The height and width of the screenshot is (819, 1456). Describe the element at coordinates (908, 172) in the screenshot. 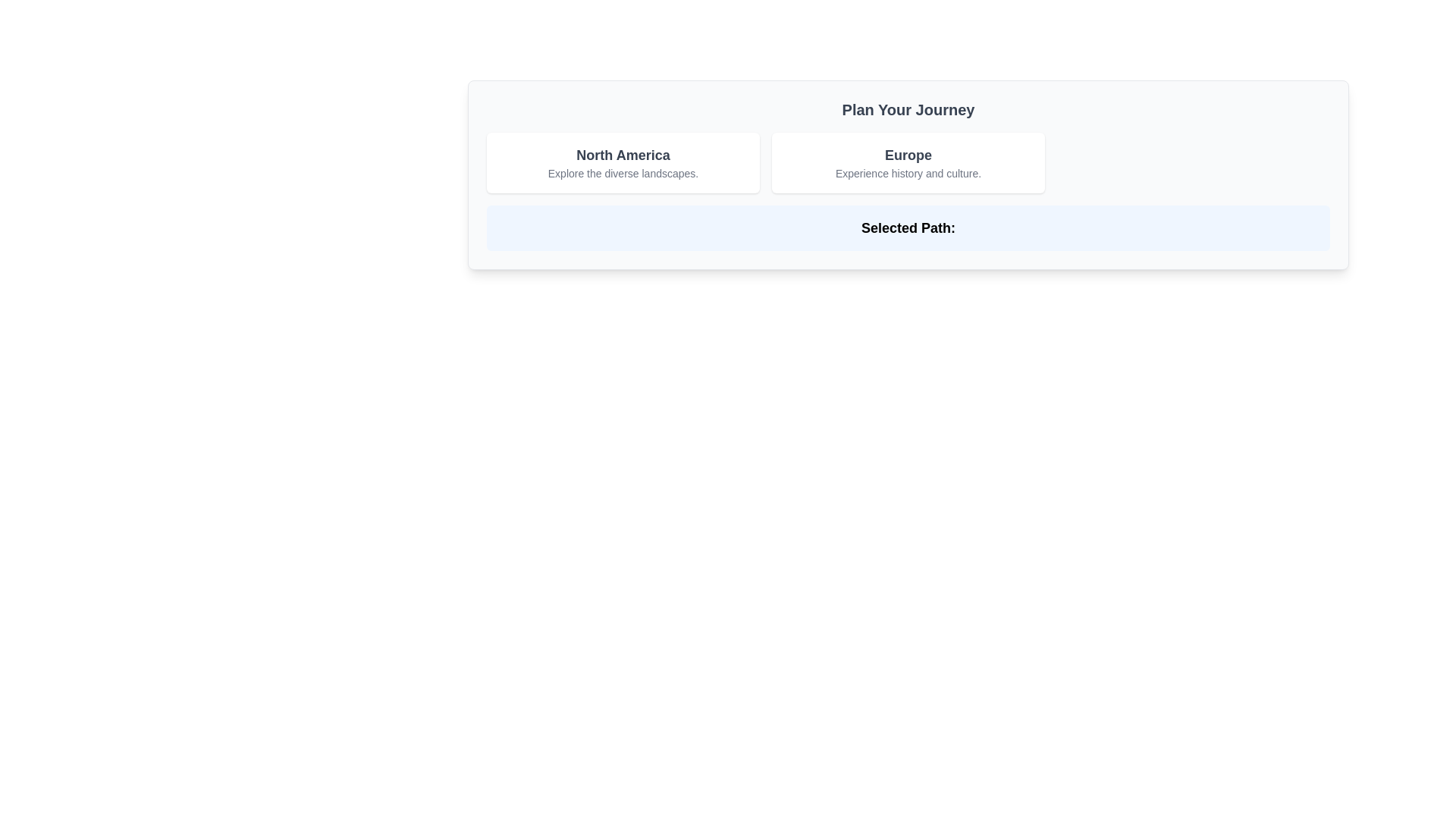

I see `the small gray text label displaying 'Experience history and culture' located below the 'Europe' heading within a white card in the 'Plan Your Journey' section` at that location.